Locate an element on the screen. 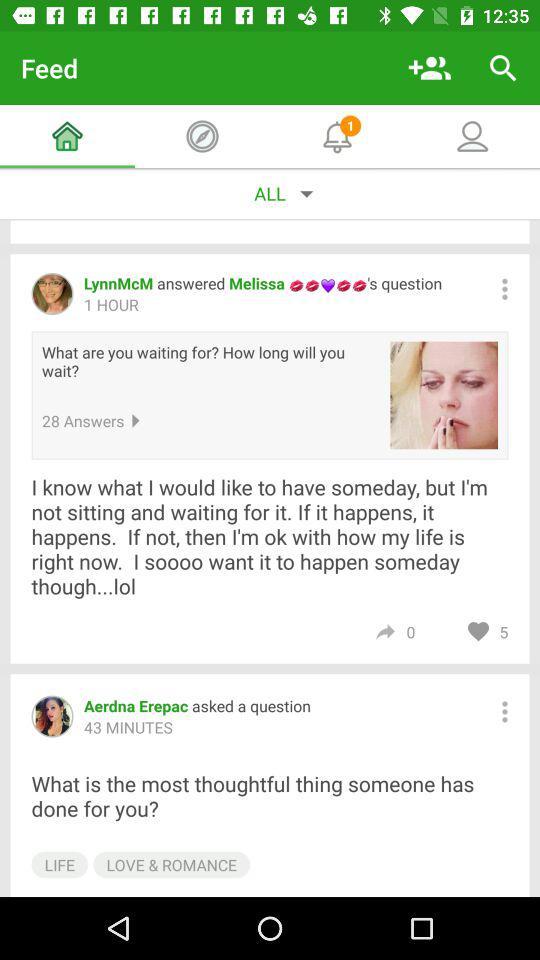 This screenshot has height=960, width=540. more options is located at coordinates (503, 711).